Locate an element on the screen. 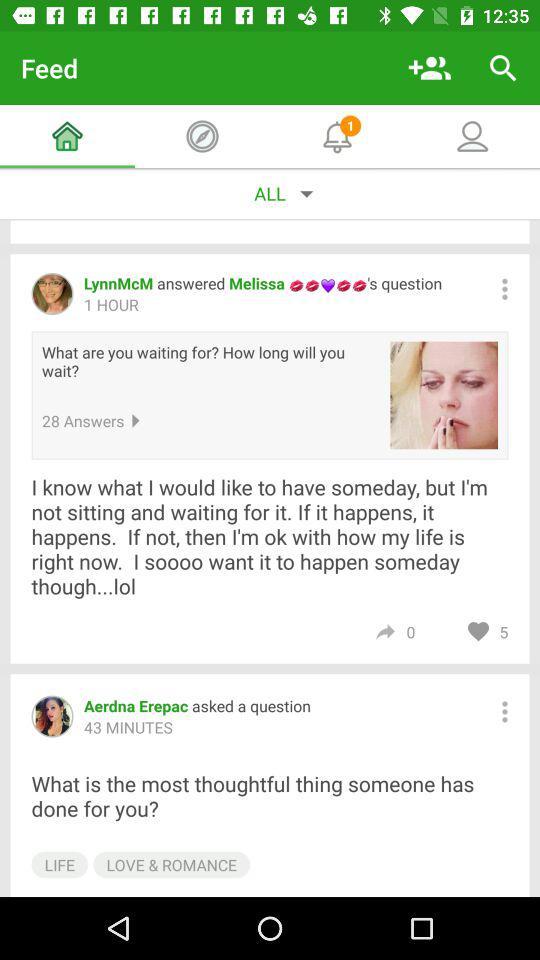 This screenshot has height=960, width=540. more options is located at coordinates (503, 711).